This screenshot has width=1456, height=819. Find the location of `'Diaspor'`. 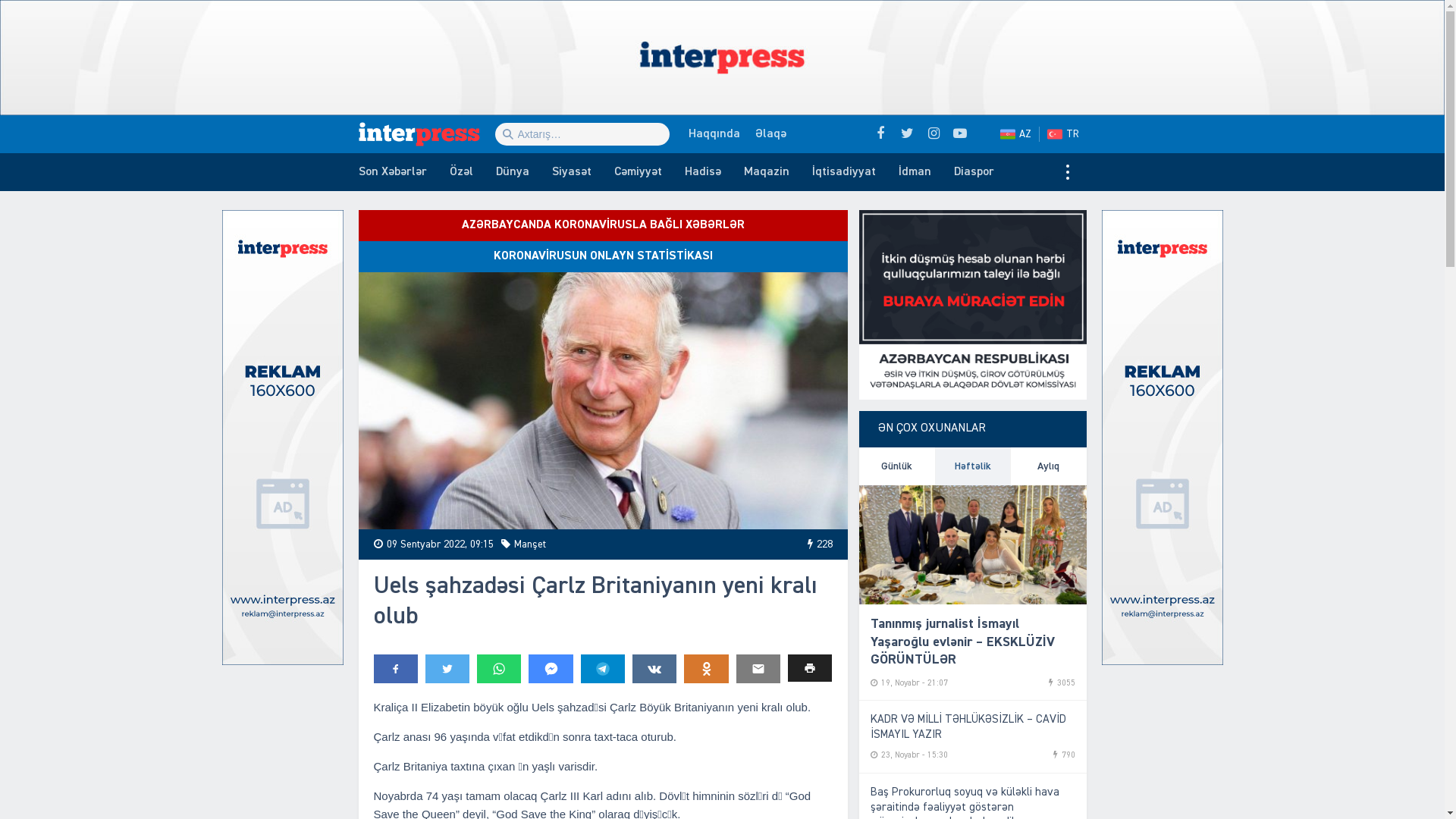

'Diaspor' is located at coordinates (973, 171).